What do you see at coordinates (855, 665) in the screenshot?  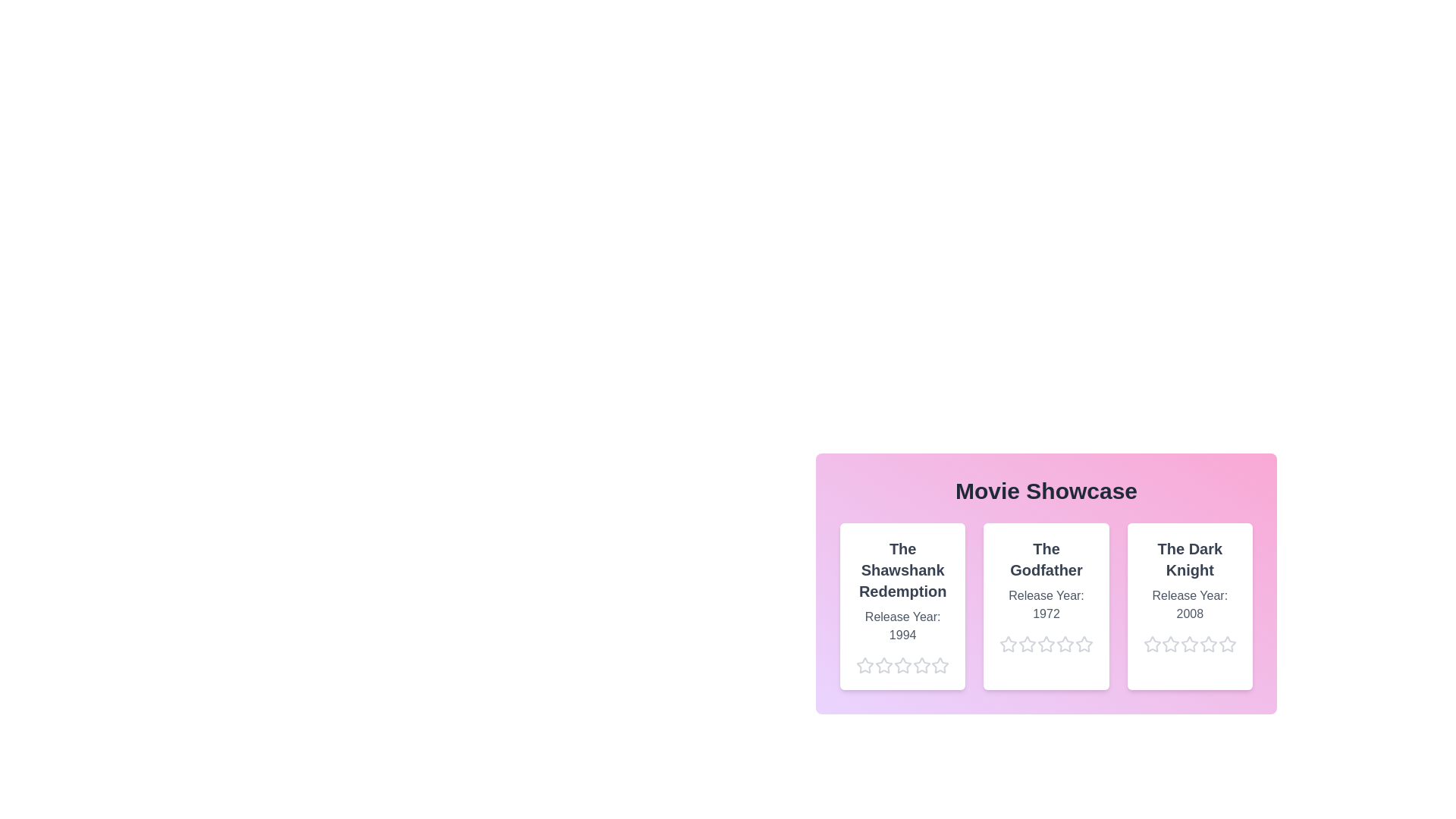 I see `the star corresponding to 1 stars for the movie The Shawshank Redemption` at bounding box center [855, 665].